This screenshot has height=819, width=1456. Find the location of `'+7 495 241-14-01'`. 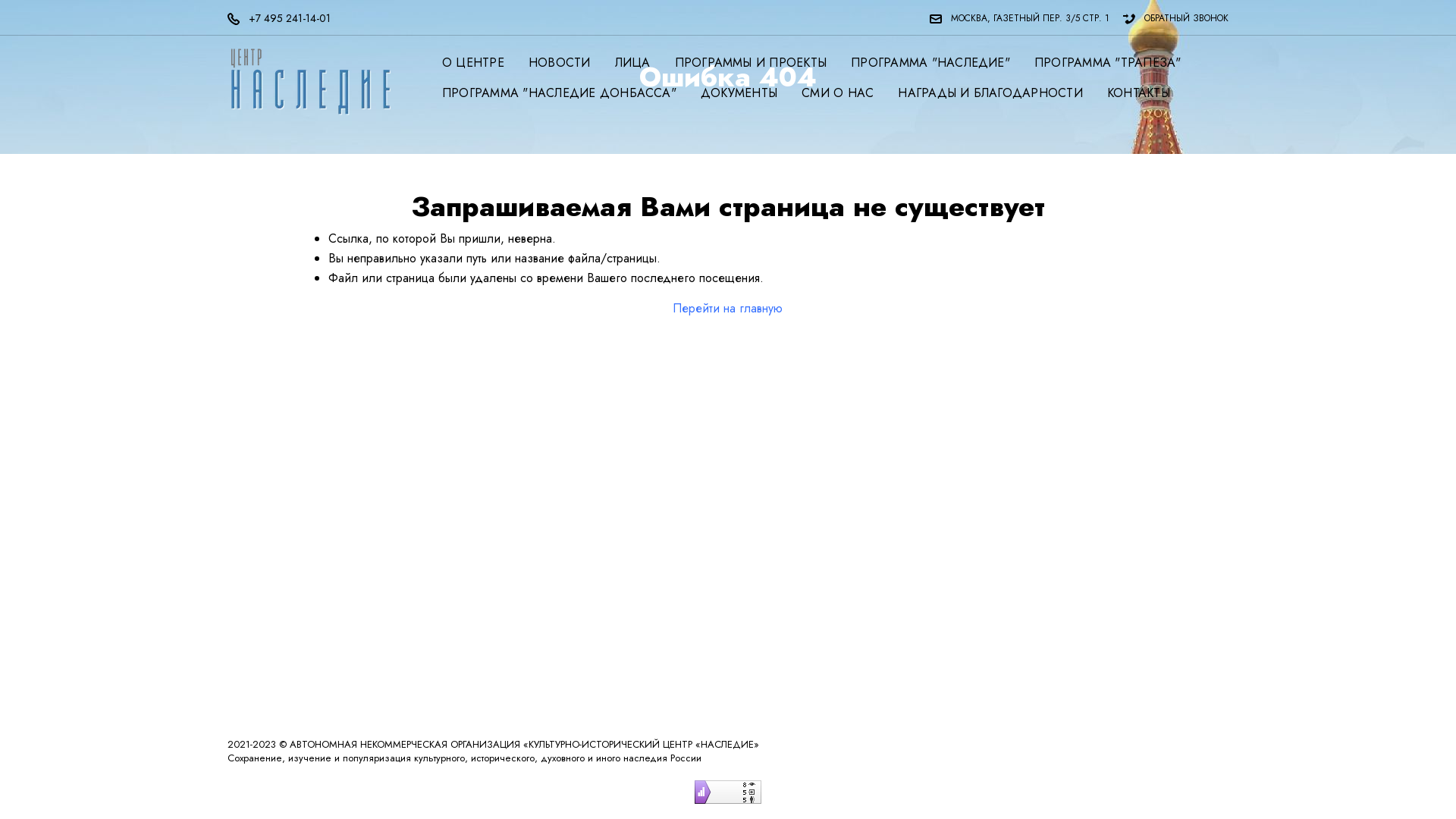

'+7 495 241-14-01' is located at coordinates (284, 18).